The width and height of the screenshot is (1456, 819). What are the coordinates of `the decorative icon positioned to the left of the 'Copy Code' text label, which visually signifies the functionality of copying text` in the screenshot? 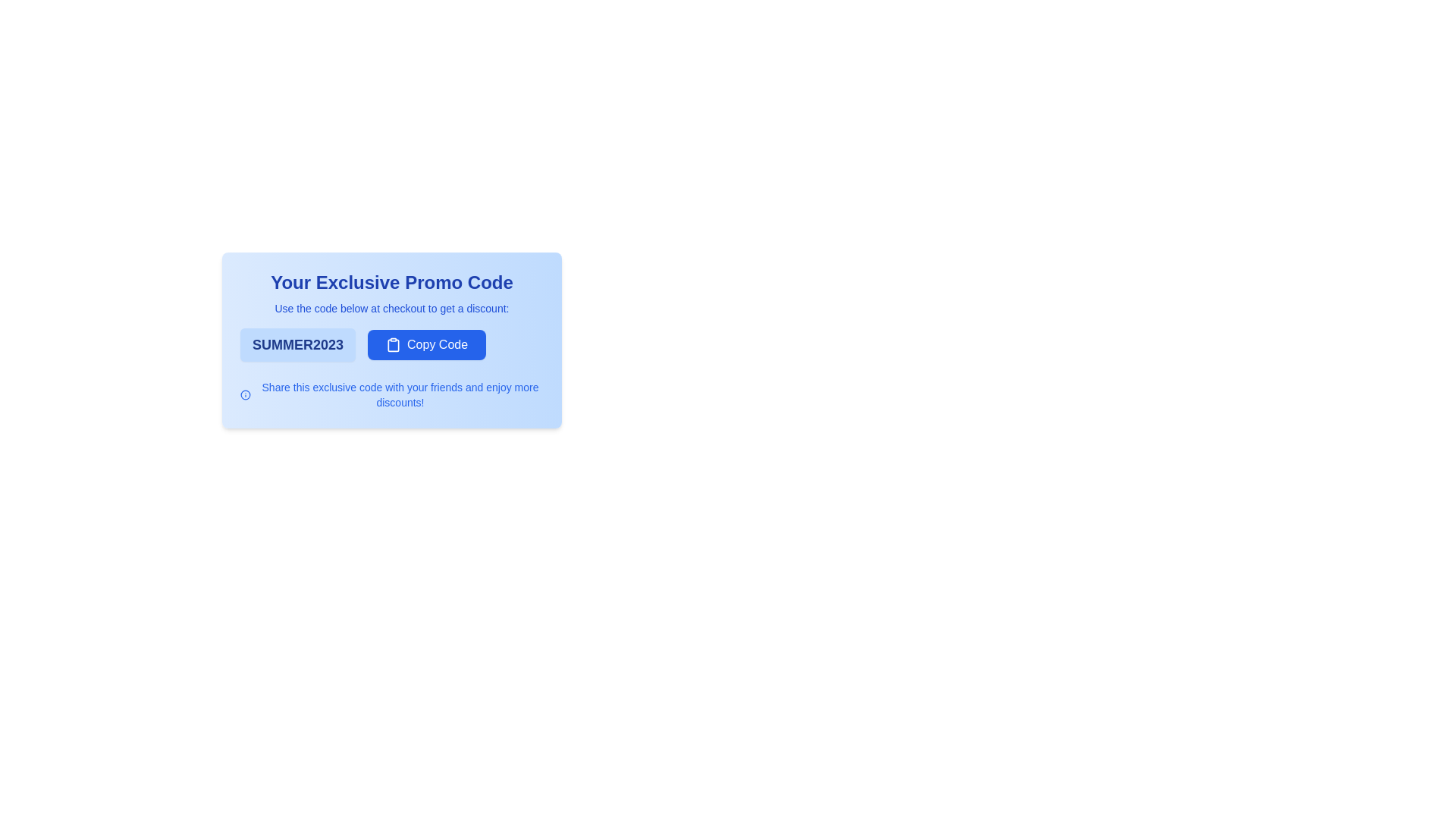 It's located at (393, 345).